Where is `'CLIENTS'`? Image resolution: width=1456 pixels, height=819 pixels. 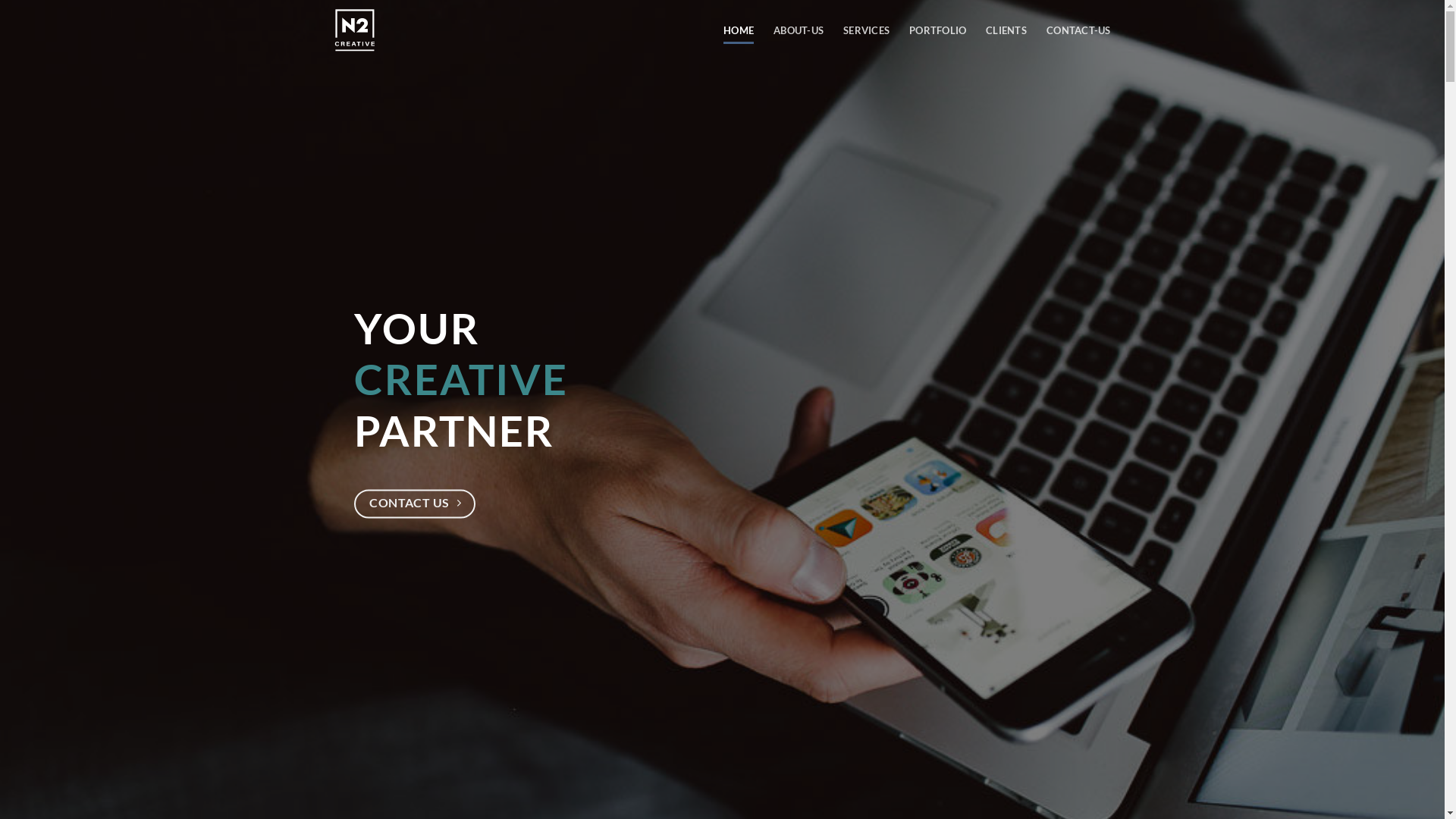 'CLIENTS' is located at coordinates (1006, 30).